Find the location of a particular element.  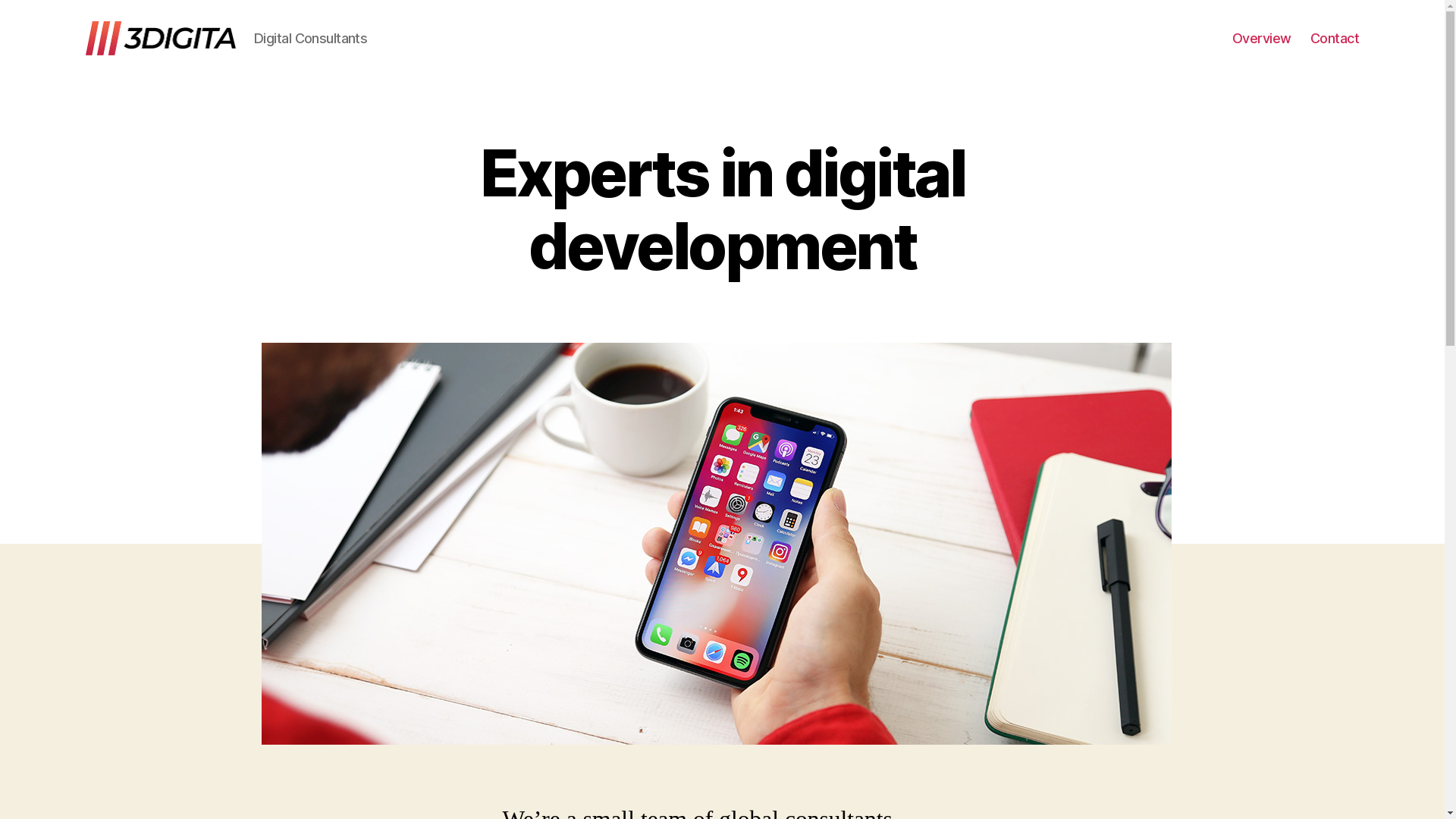

'Contact' is located at coordinates (1310, 37).